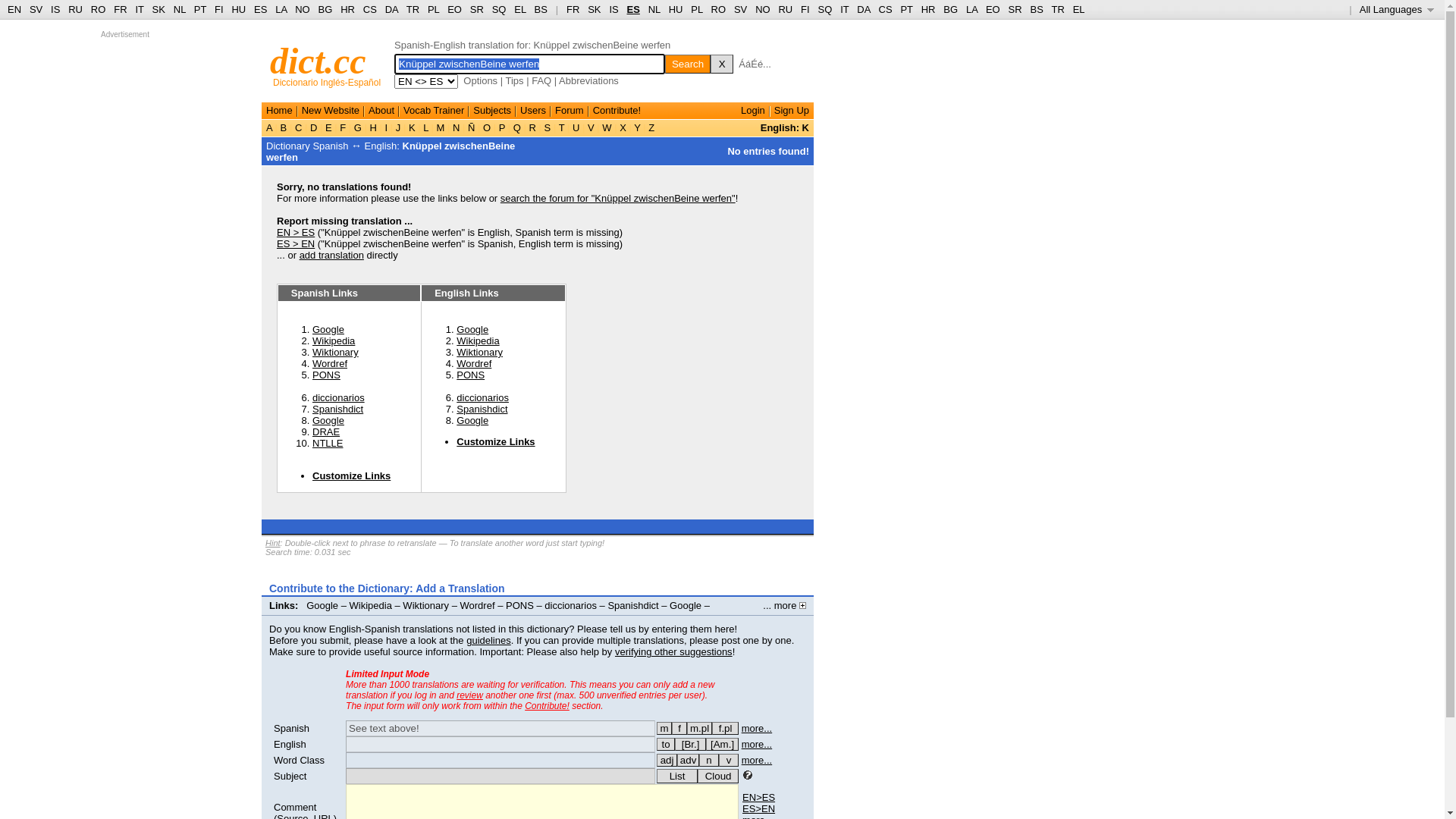 Image resolution: width=1456 pixels, height=819 pixels. Describe the element at coordinates (475, 9) in the screenshot. I see `'SR'` at that location.